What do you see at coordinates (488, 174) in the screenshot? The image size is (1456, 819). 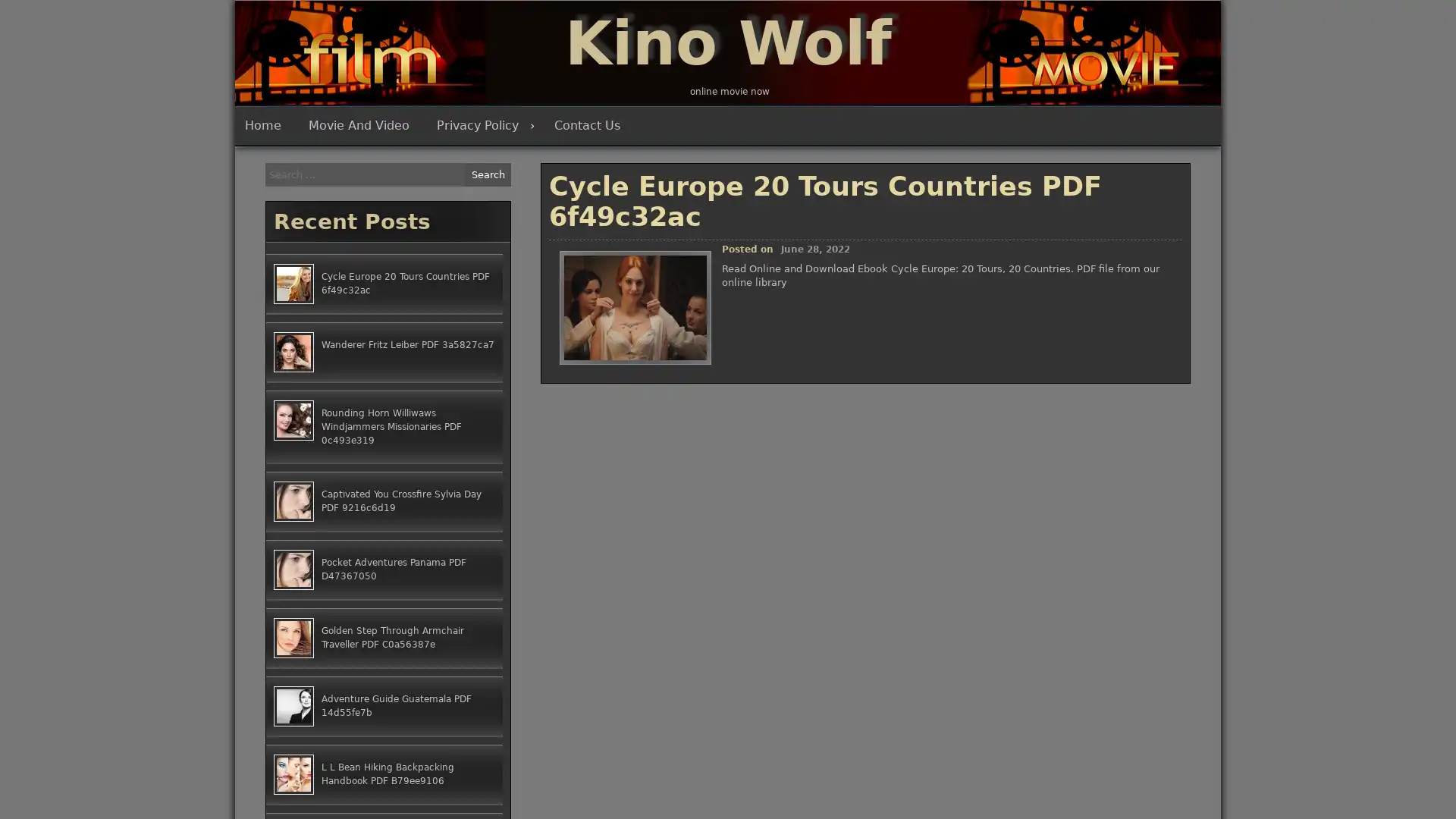 I see `Search` at bounding box center [488, 174].